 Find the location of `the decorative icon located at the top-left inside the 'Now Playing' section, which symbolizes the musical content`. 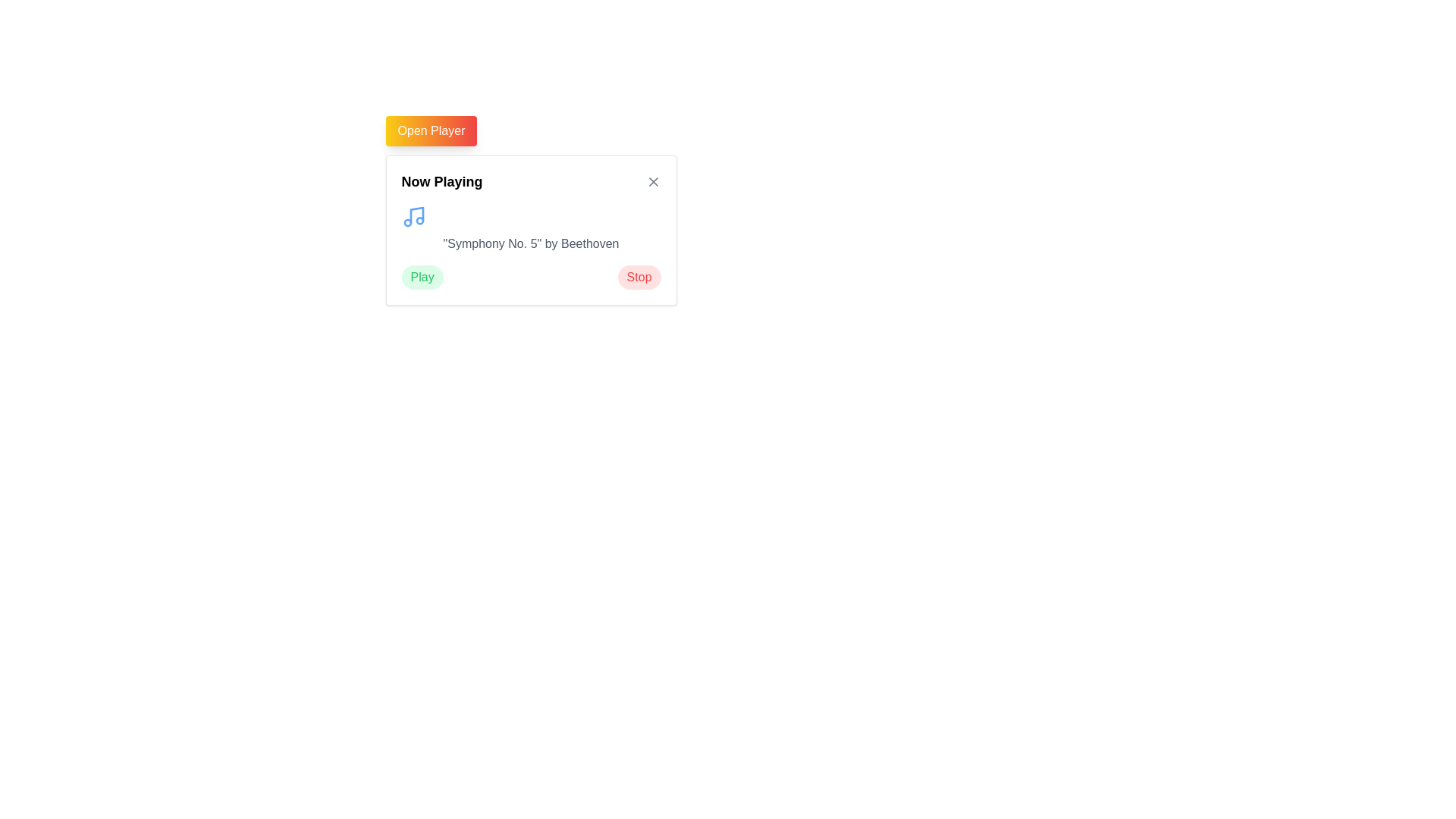

the decorative icon located at the top-left inside the 'Now Playing' section, which symbolizes the musical content is located at coordinates (413, 216).